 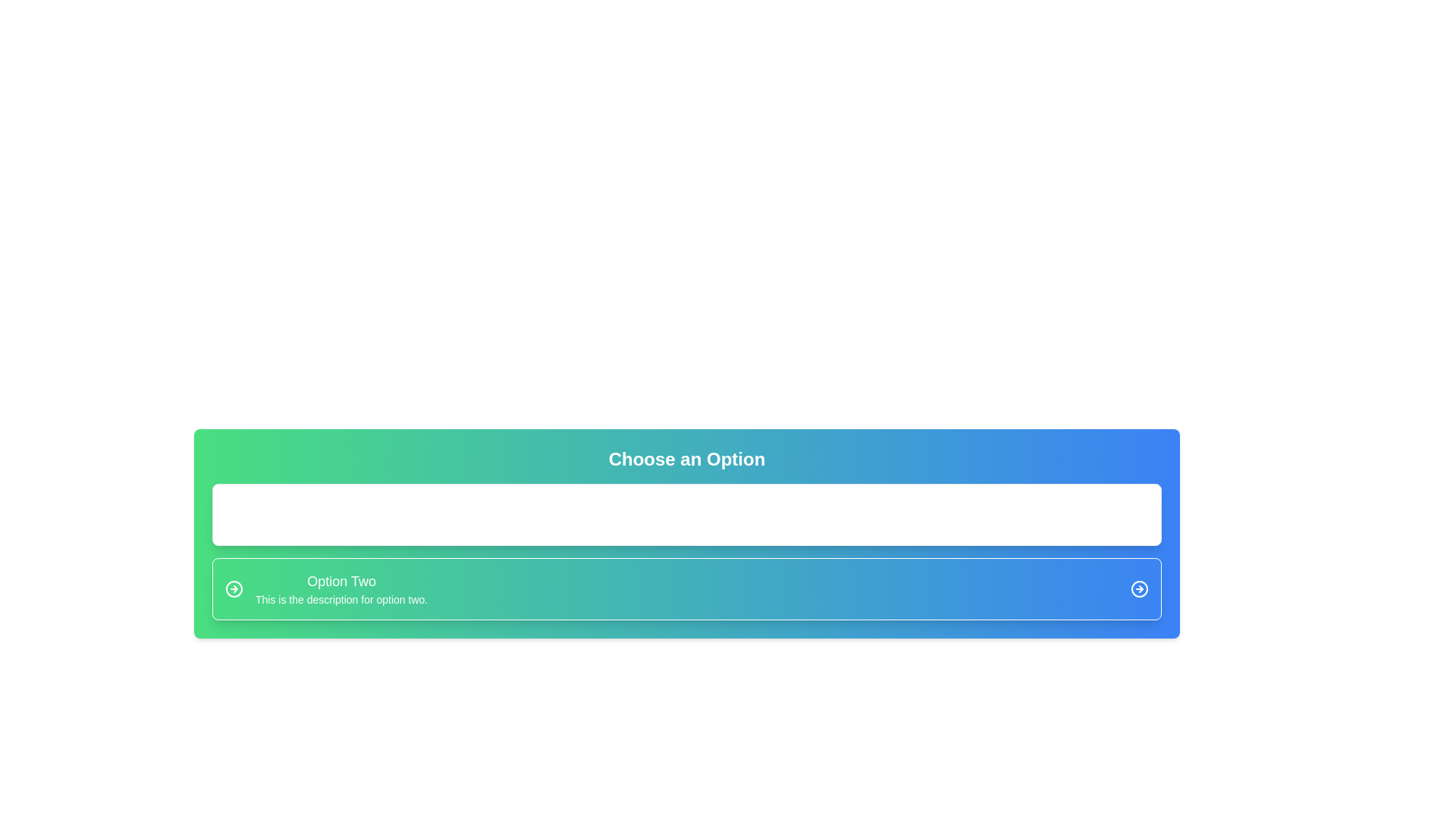 What do you see at coordinates (340, 598) in the screenshot?
I see `text content of the label that displays 'This is the description for option two.' which is located within a green-tinted background in the second card of the options list` at bounding box center [340, 598].